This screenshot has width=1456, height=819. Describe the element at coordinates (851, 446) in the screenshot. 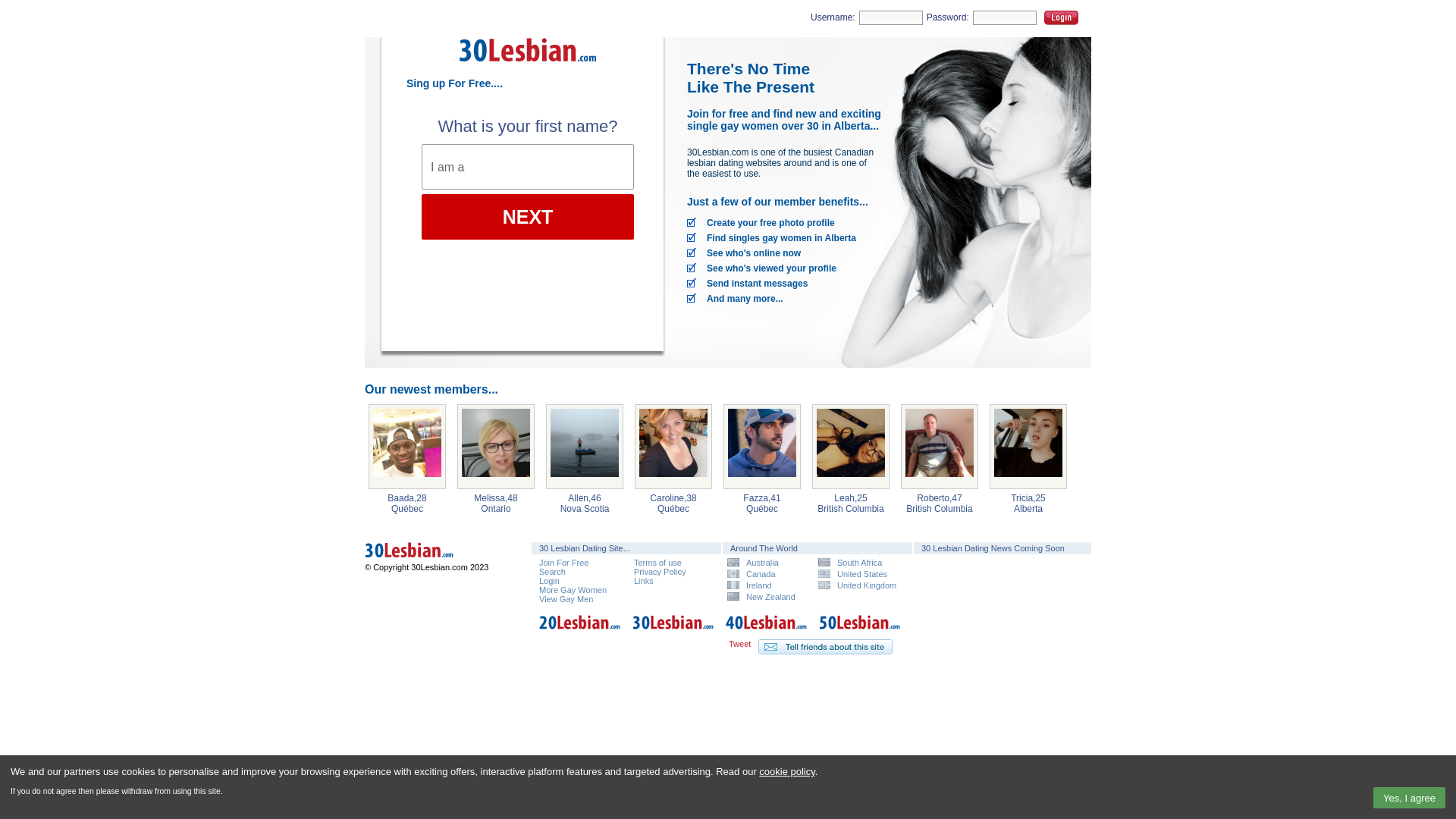

I see `'Leah, 25 from Kamloops, British Columbia'` at that location.